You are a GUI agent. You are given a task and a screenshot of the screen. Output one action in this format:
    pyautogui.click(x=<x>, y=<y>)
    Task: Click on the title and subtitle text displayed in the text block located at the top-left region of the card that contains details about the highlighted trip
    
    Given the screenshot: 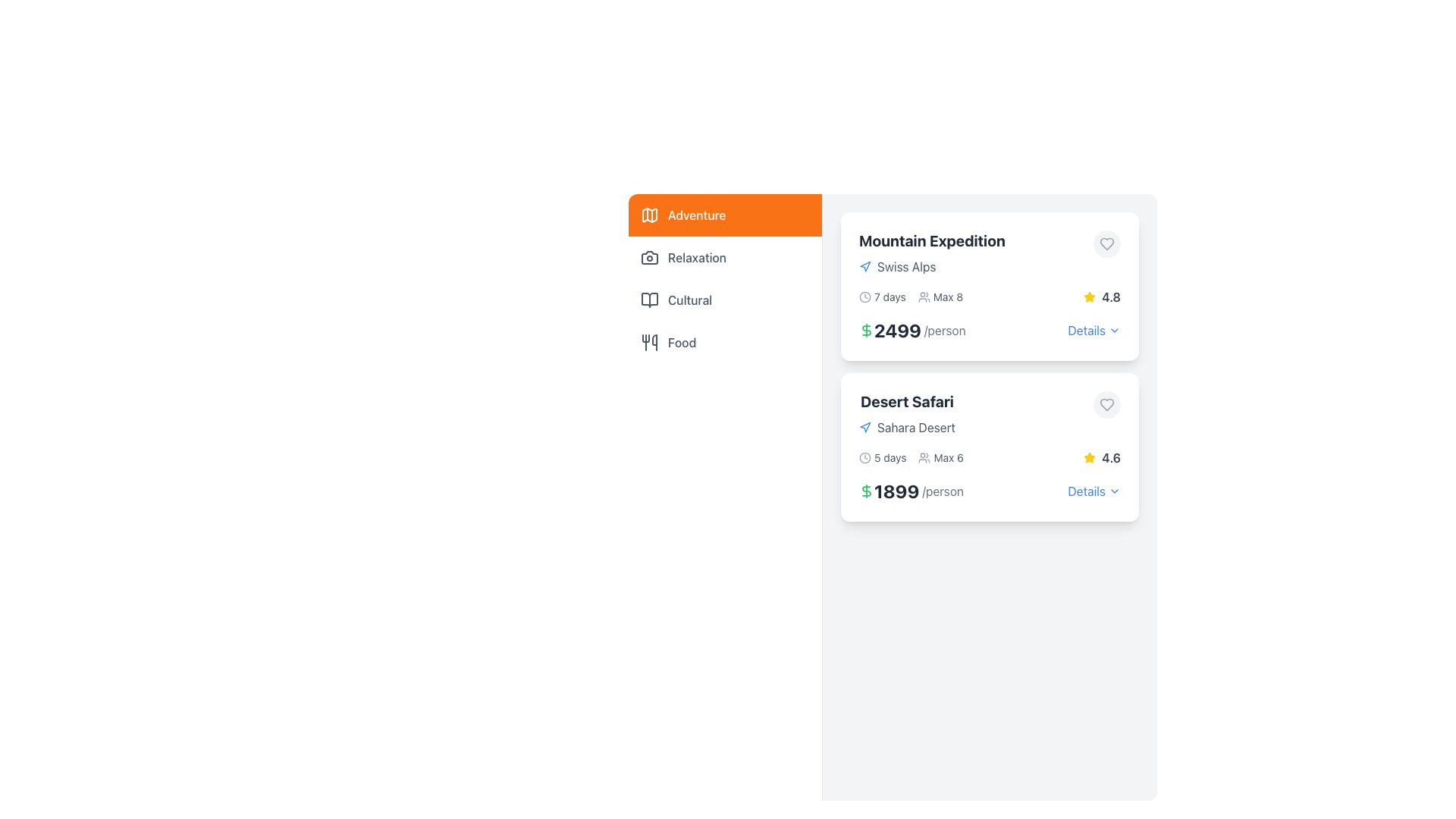 What is the action you would take?
    pyautogui.click(x=931, y=253)
    